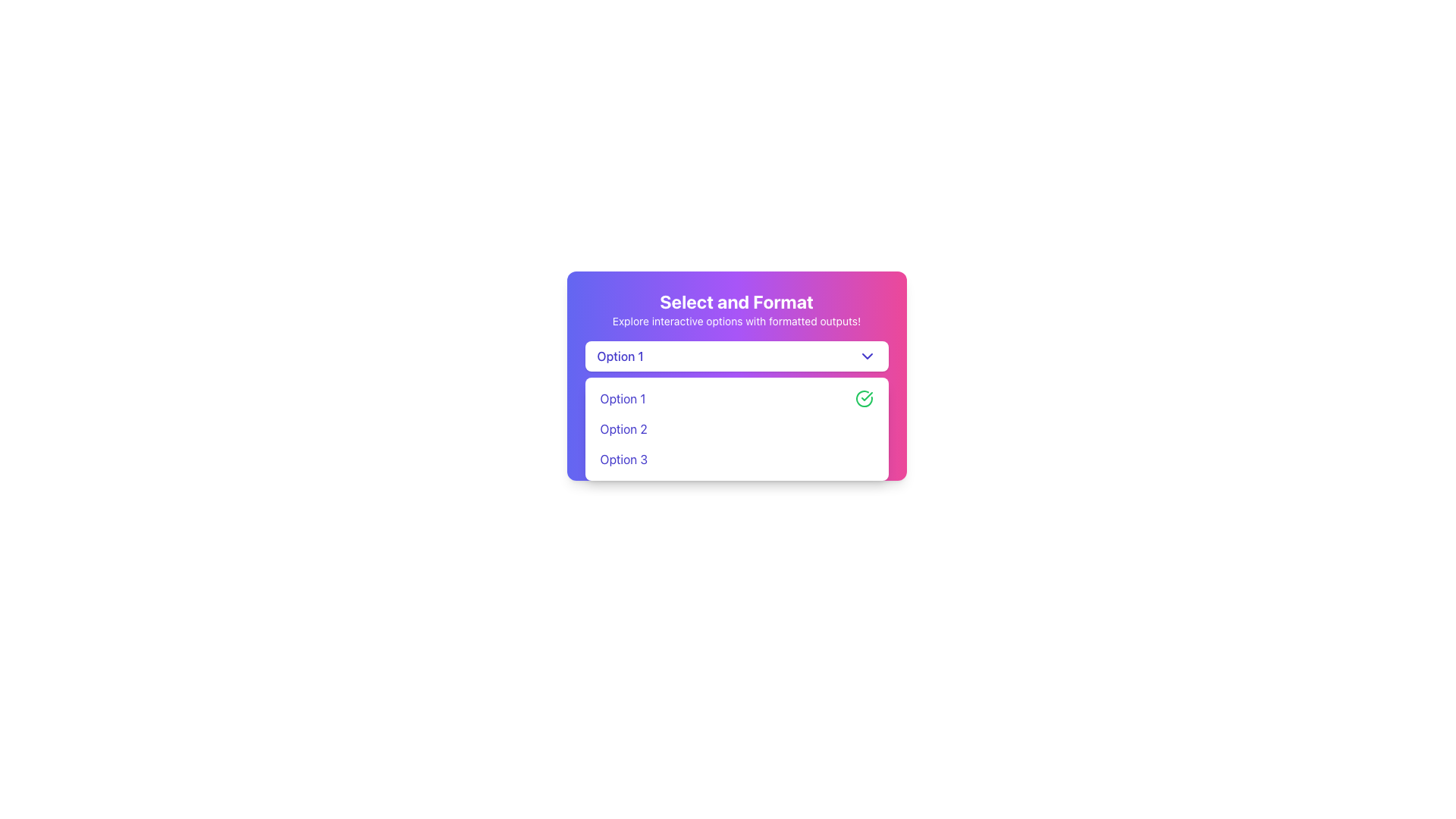  I want to click on to select the dropdown menu option displaying 'Option 2', which is the second item in a dropdown list with a white background and blue font, so click(736, 429).